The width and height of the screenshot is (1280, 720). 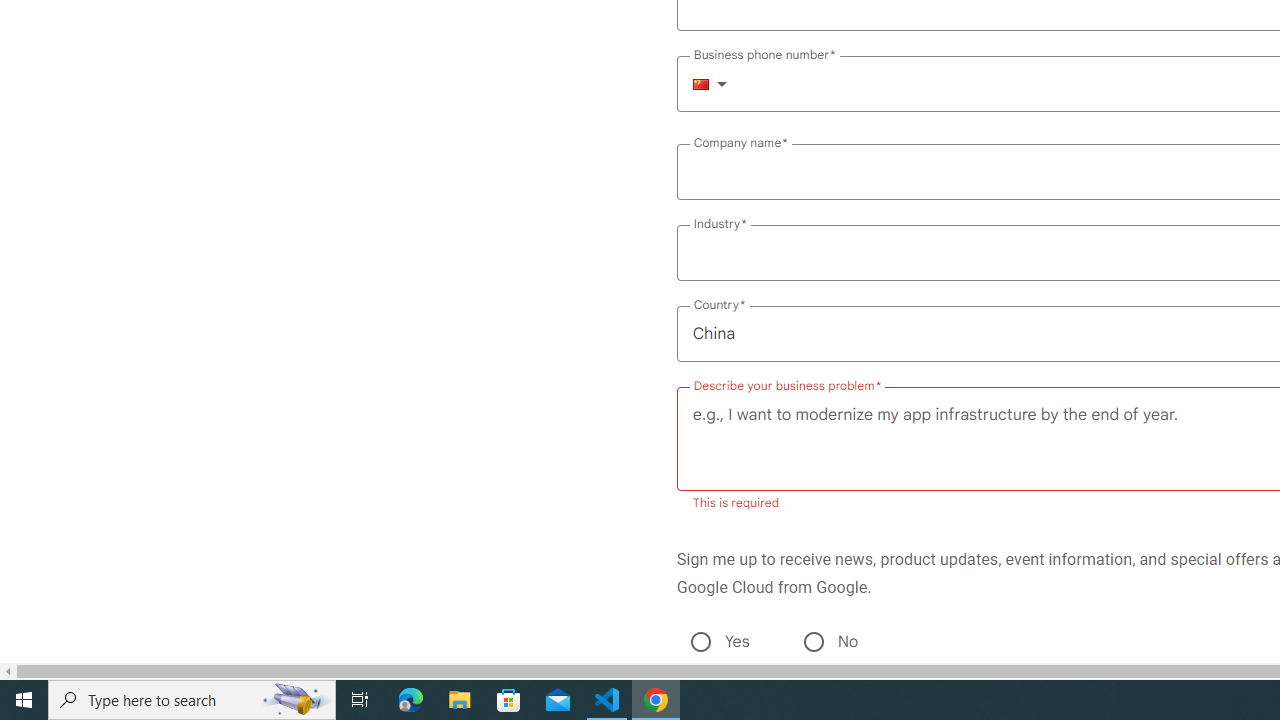 I want to click on 'Yes', so click(x=700, y=641).